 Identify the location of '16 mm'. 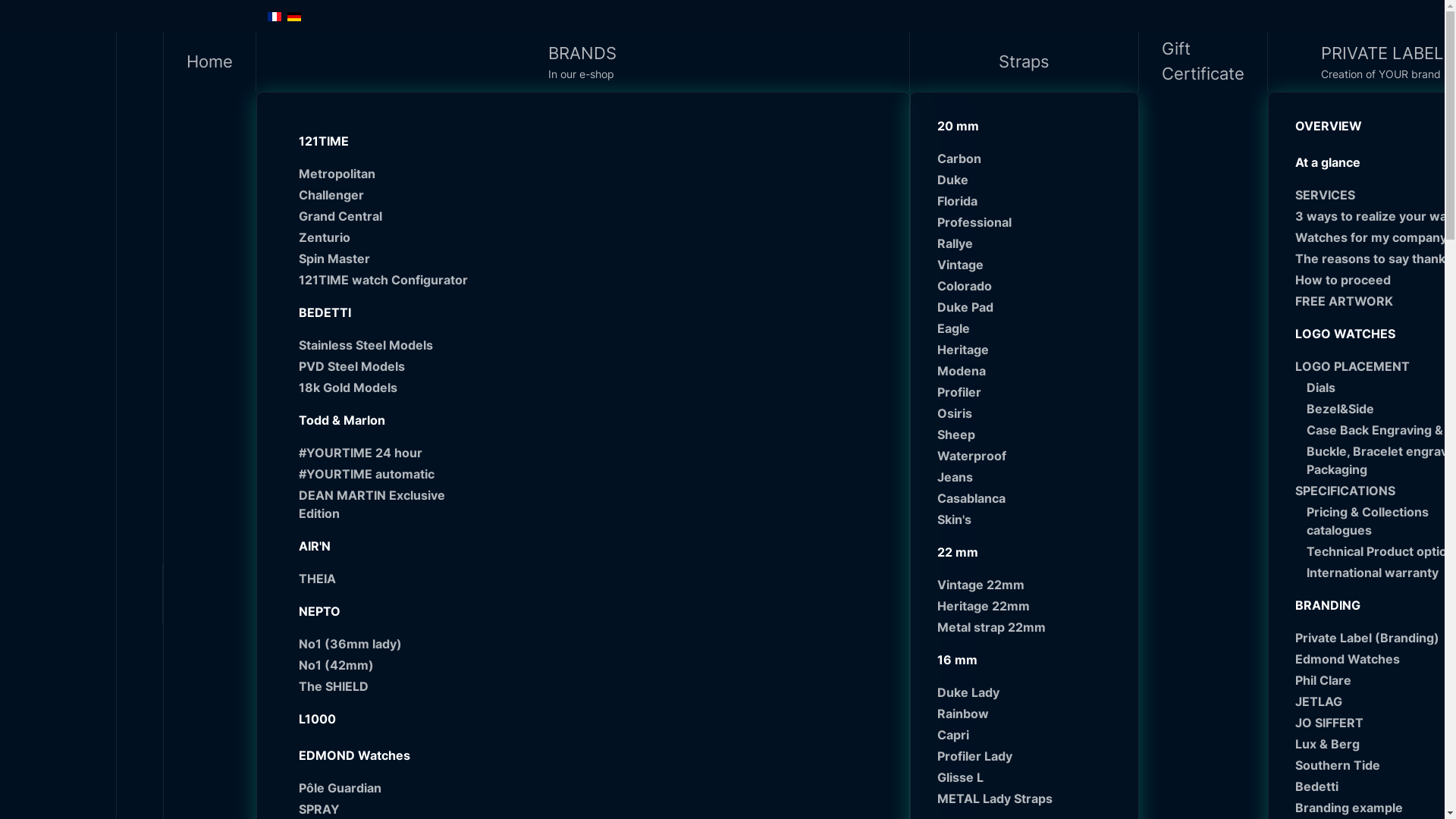
(1023, 659).